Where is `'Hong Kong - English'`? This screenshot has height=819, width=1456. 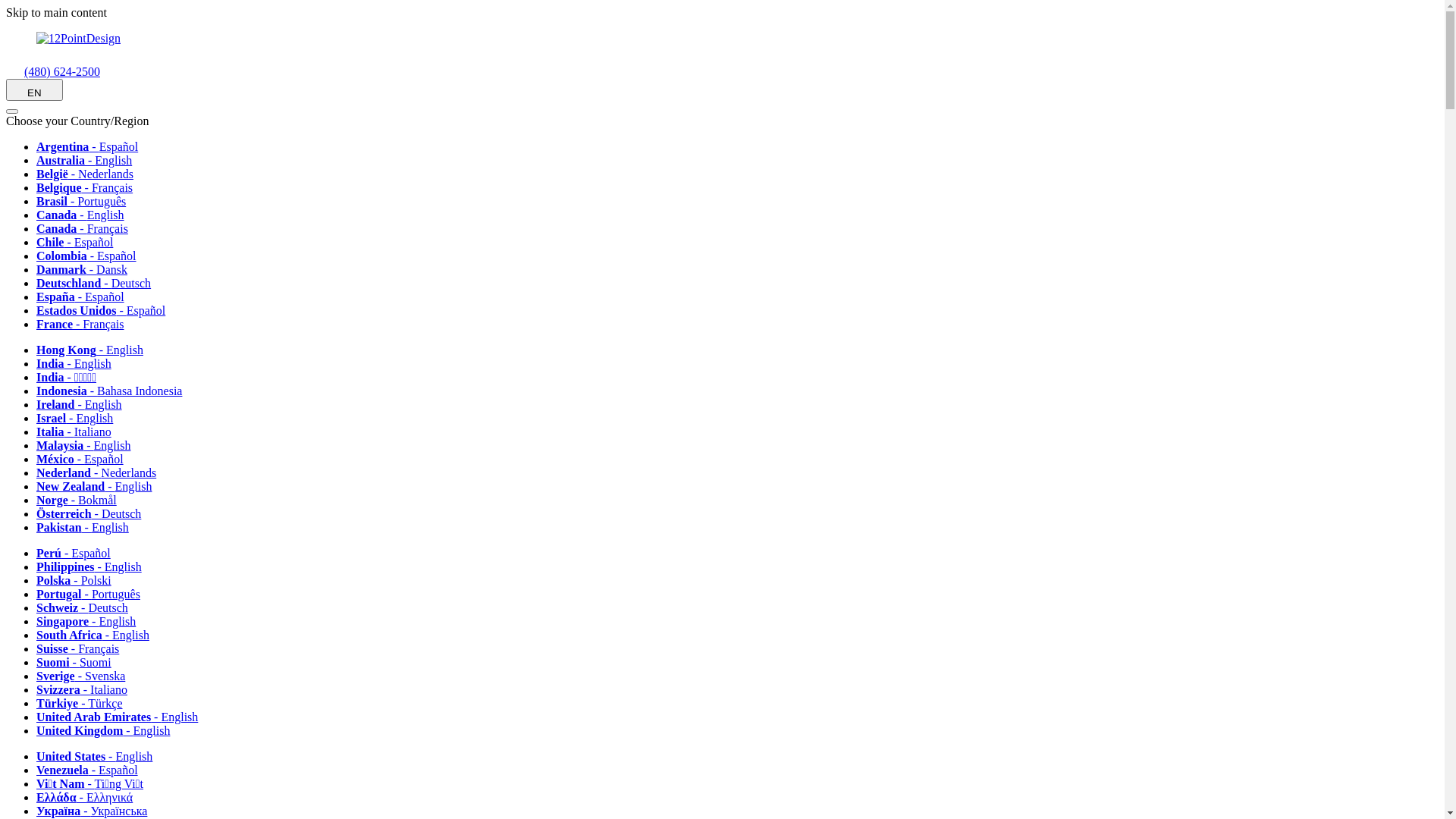 'Hong Kong - English' is located at coordinates (94, 350).